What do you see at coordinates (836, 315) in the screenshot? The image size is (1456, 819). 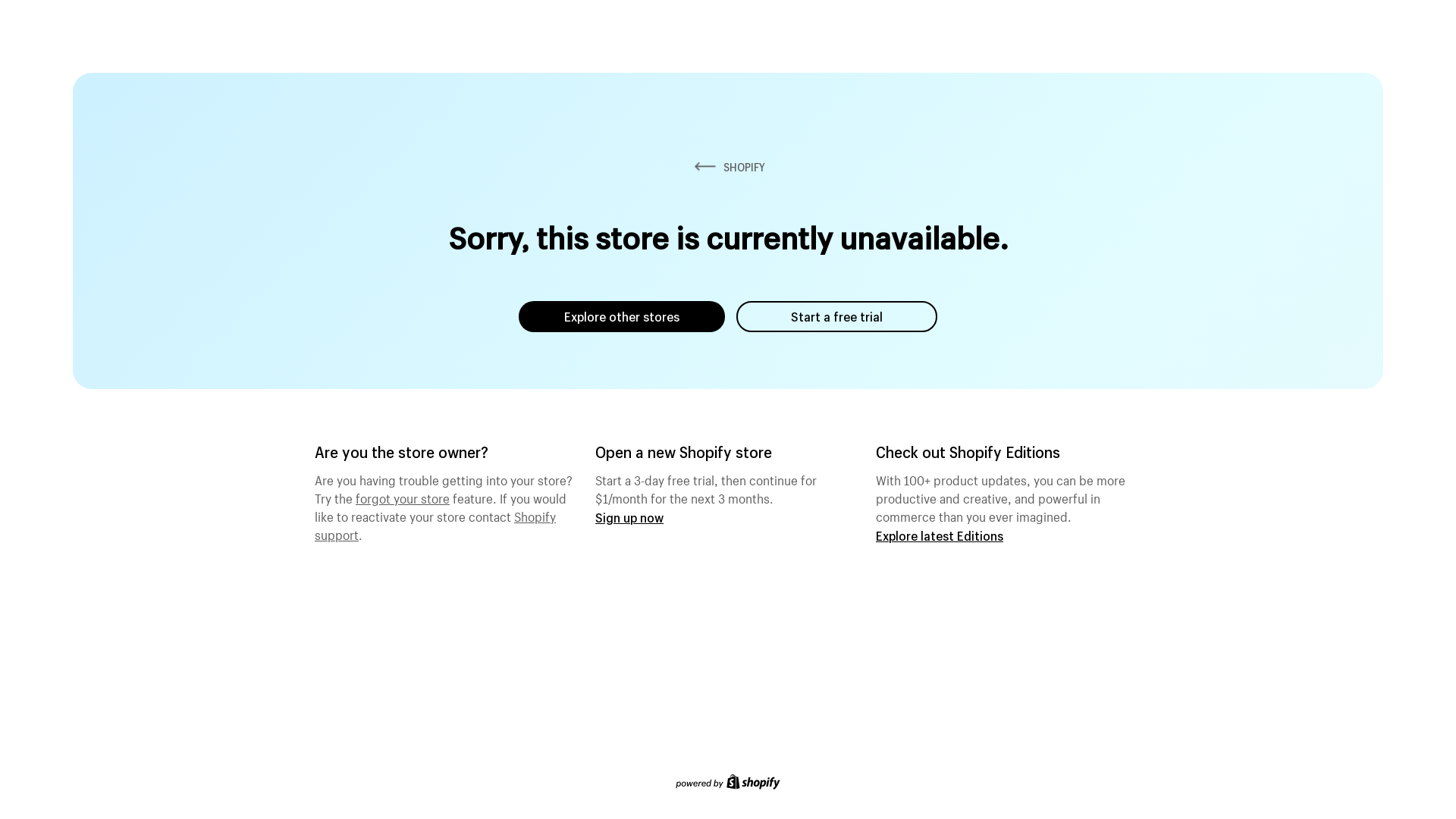 I see `'Start a free trial'` at bounding box center [836, 315].